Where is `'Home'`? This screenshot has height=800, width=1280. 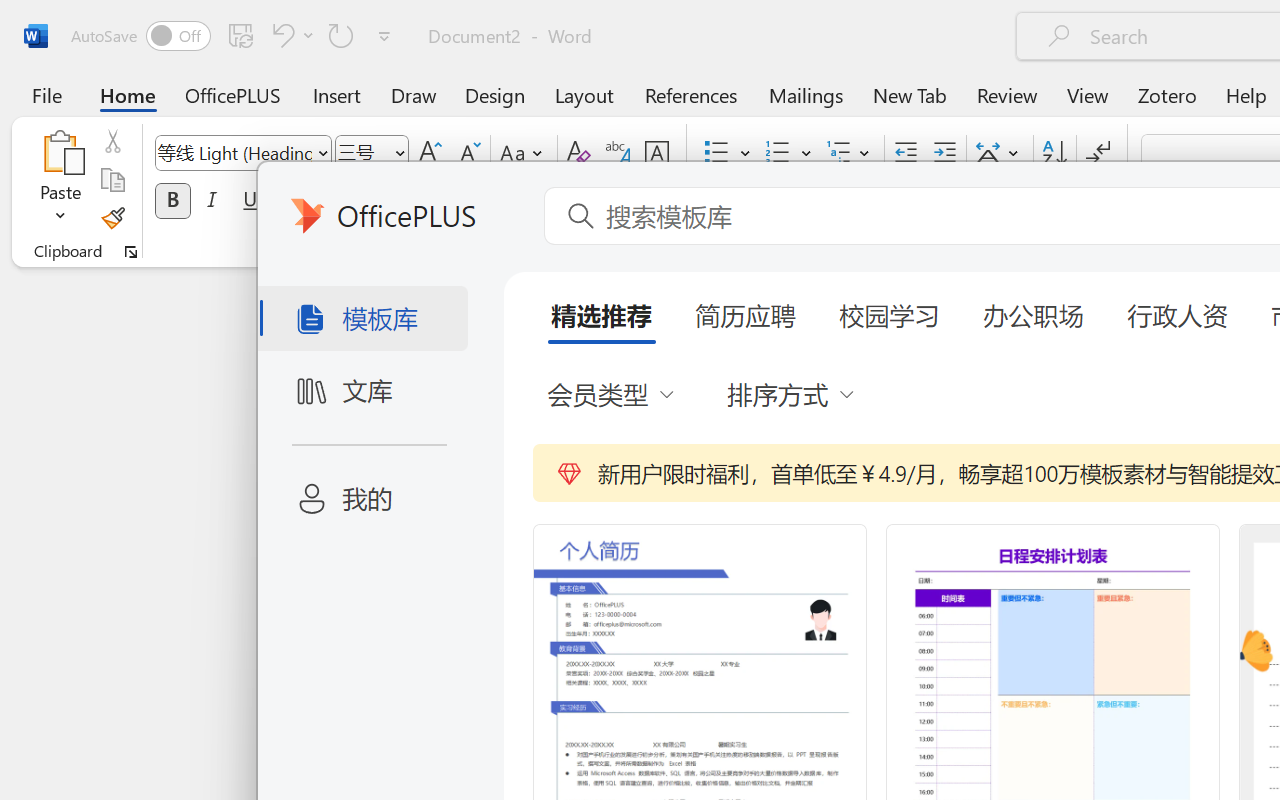 'Home' is located at coordinates (127, 94).